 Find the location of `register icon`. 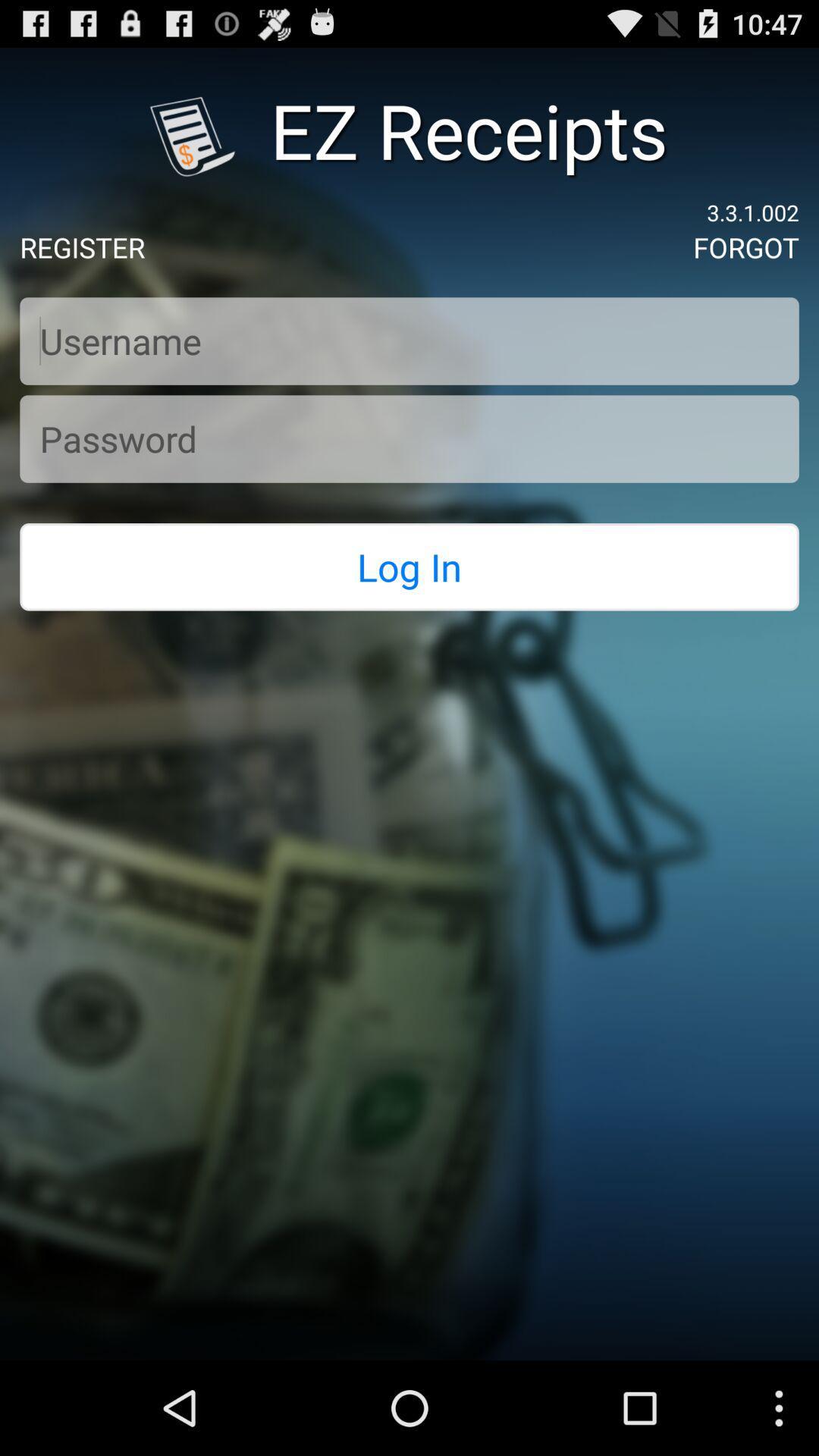

register icon is located at coordinates (82, 247).